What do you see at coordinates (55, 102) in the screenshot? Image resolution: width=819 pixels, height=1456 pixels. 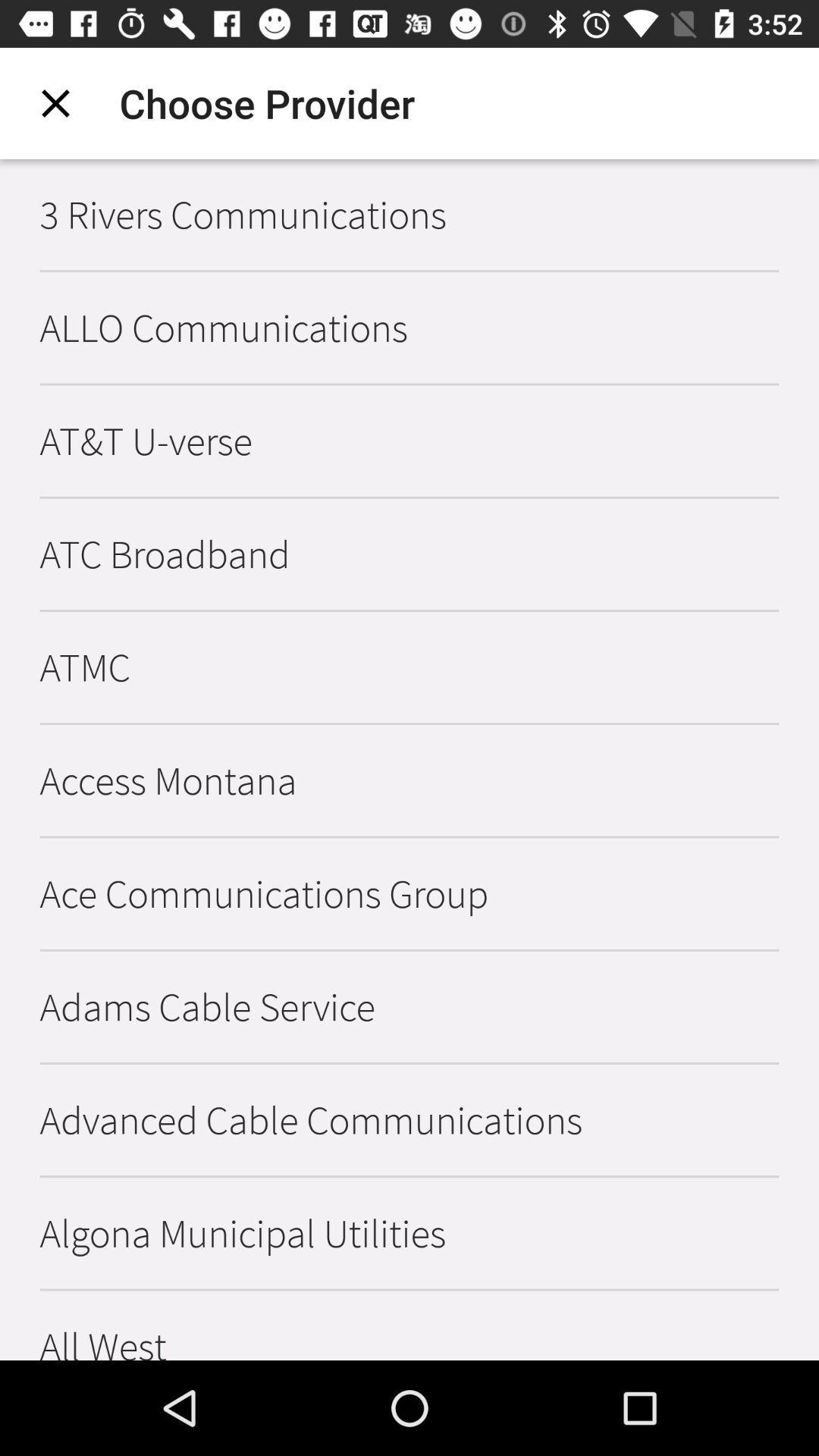 I see `the item to the left of choose provider` at bounding box center [55, 102].